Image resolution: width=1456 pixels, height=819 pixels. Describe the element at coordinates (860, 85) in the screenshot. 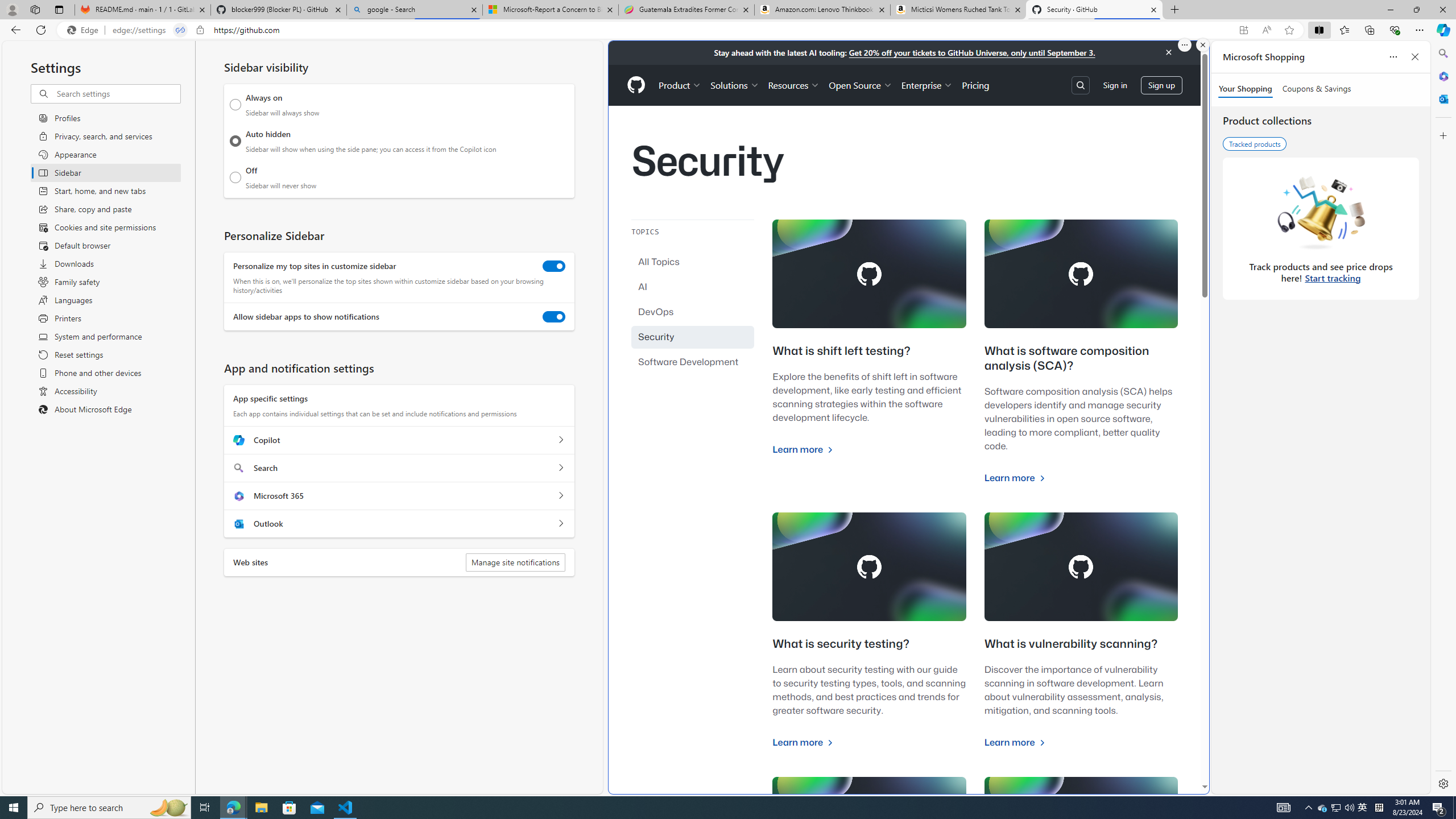

I see `'Open Source'` at that location.